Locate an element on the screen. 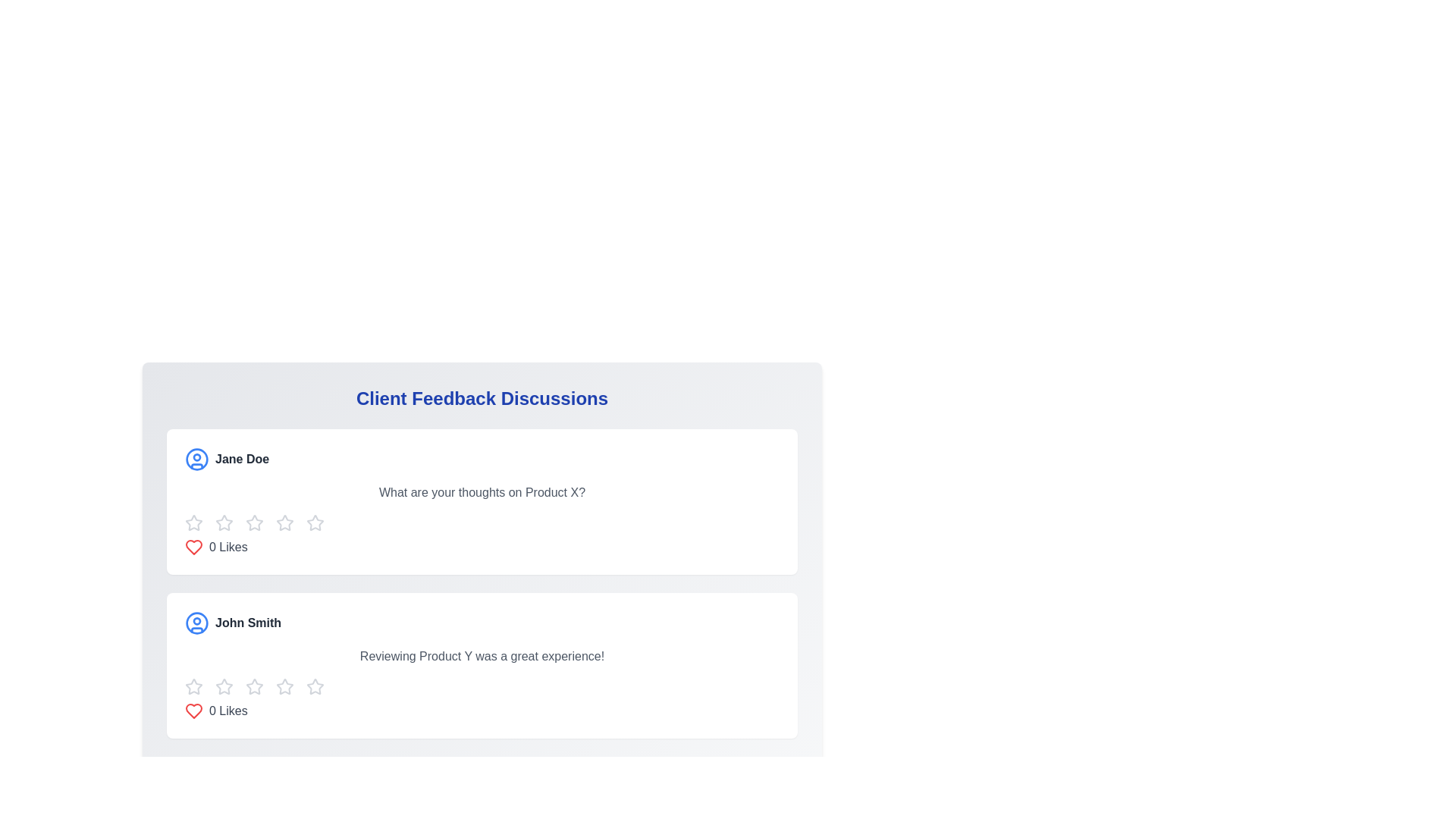 Image resolution: width=1456 pixels, height=819 pixels. the second star icon in the rating system under the feedback section for 'John Smith' to rate is located at coordinates (255, 686).